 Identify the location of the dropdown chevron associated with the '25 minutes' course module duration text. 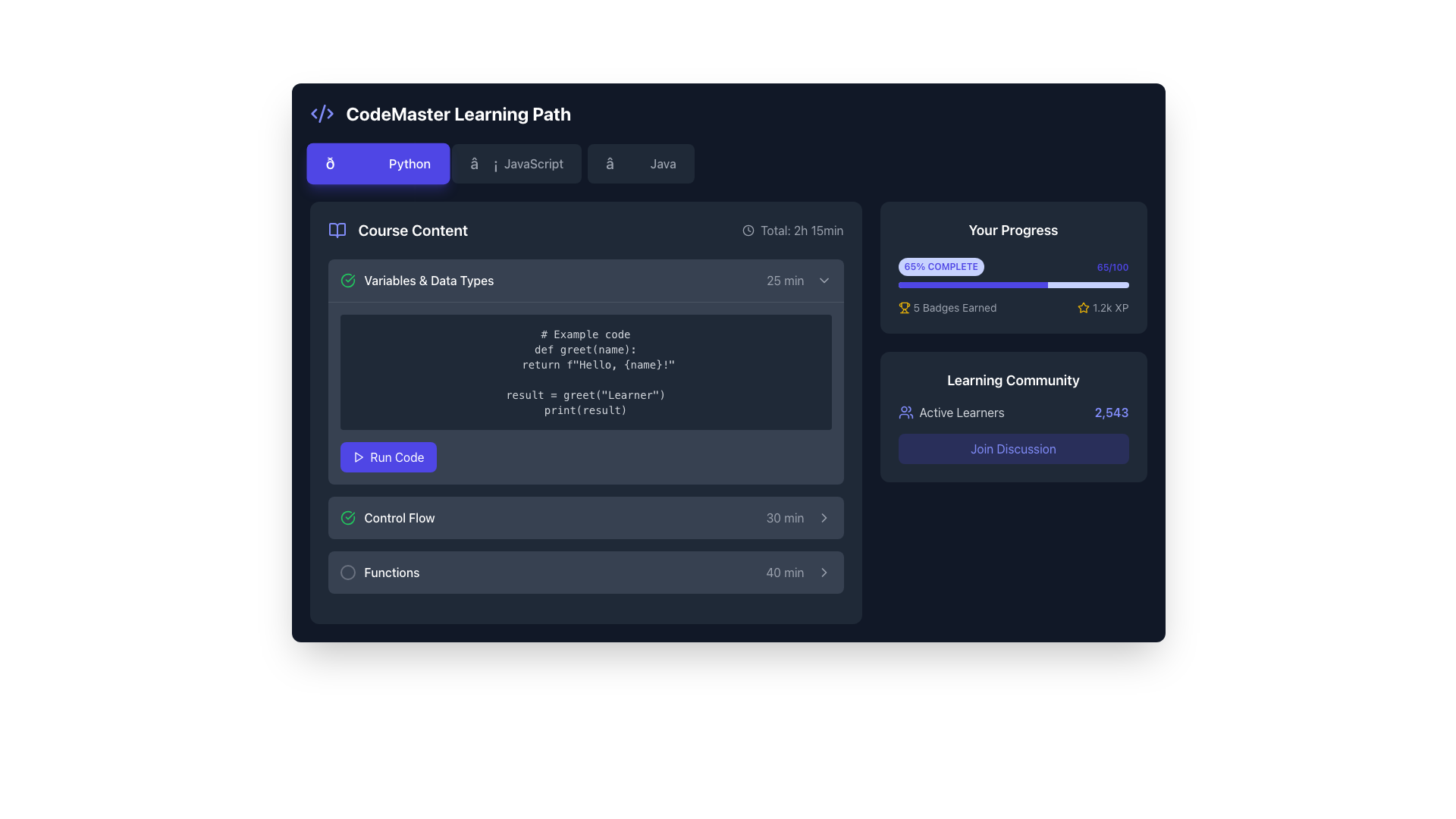
(798, 281).